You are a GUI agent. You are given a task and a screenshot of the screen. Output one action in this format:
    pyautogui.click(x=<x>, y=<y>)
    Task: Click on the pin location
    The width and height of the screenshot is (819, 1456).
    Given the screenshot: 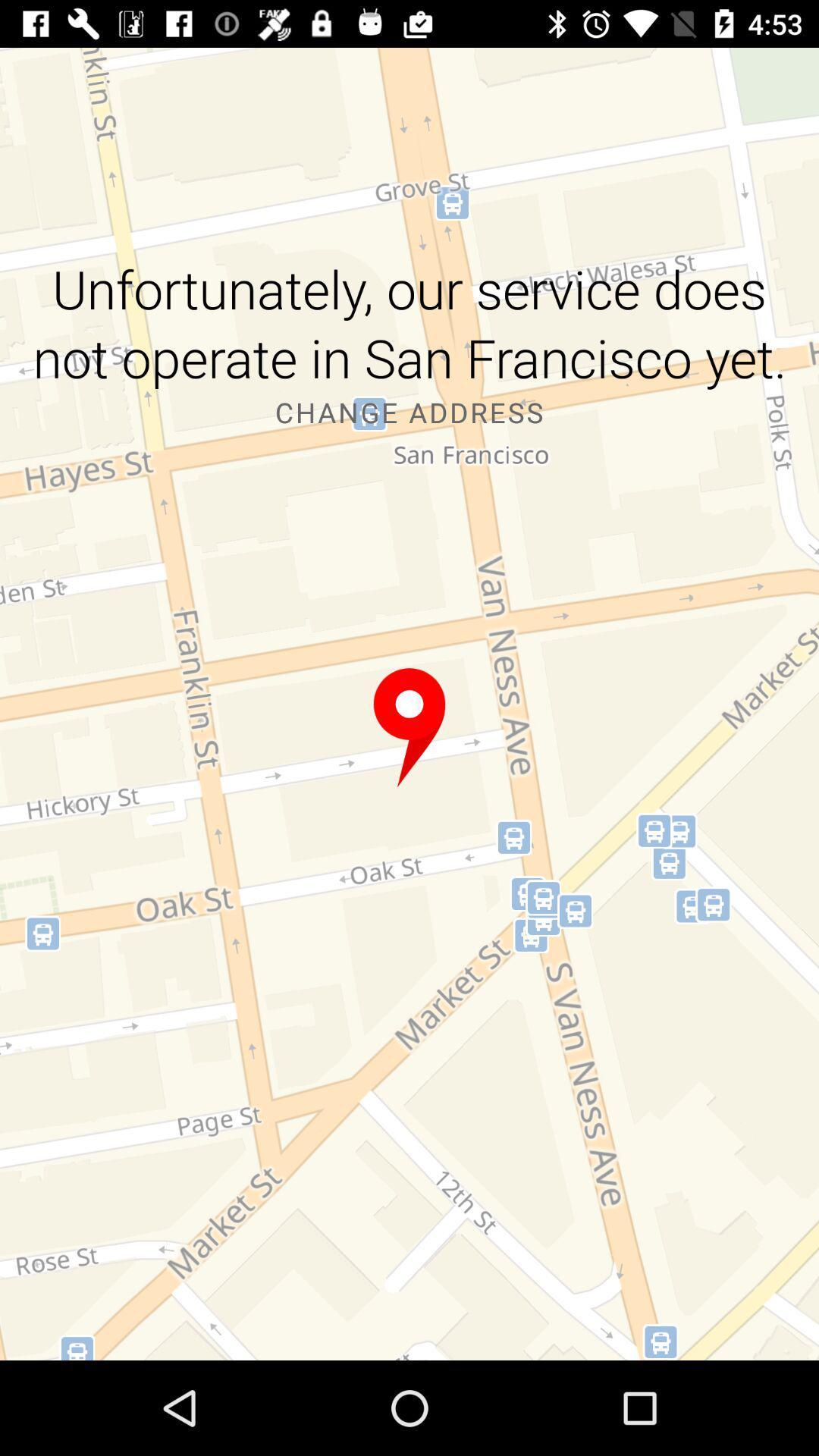 What is the action you would take?
    pyautogui.click(x=409, y=728)
    